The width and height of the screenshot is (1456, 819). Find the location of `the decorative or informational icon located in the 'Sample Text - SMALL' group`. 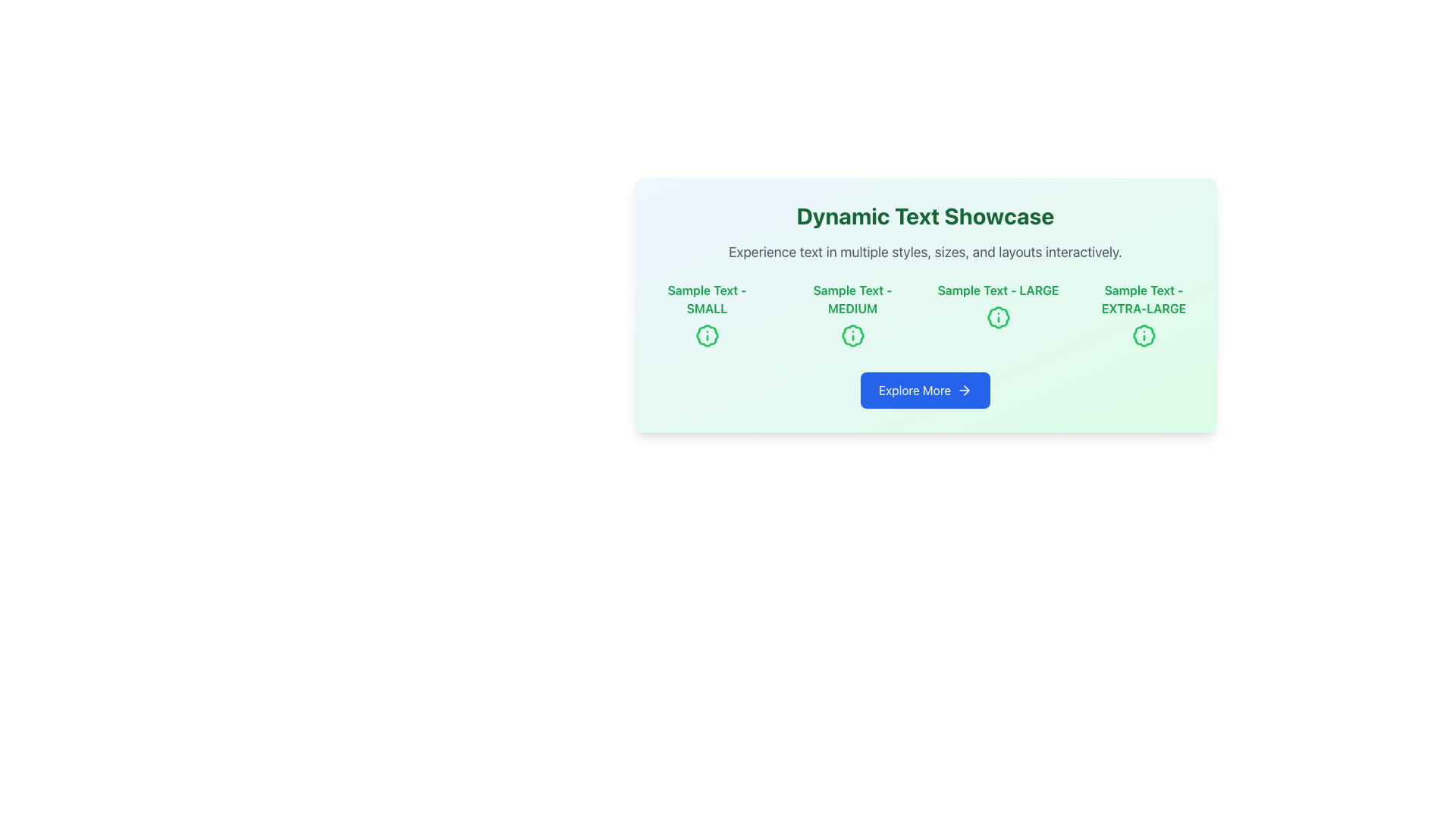

the decorative or informational icon located in the 'Sample Text - SMALL' group is located at coordinates (706, 335).